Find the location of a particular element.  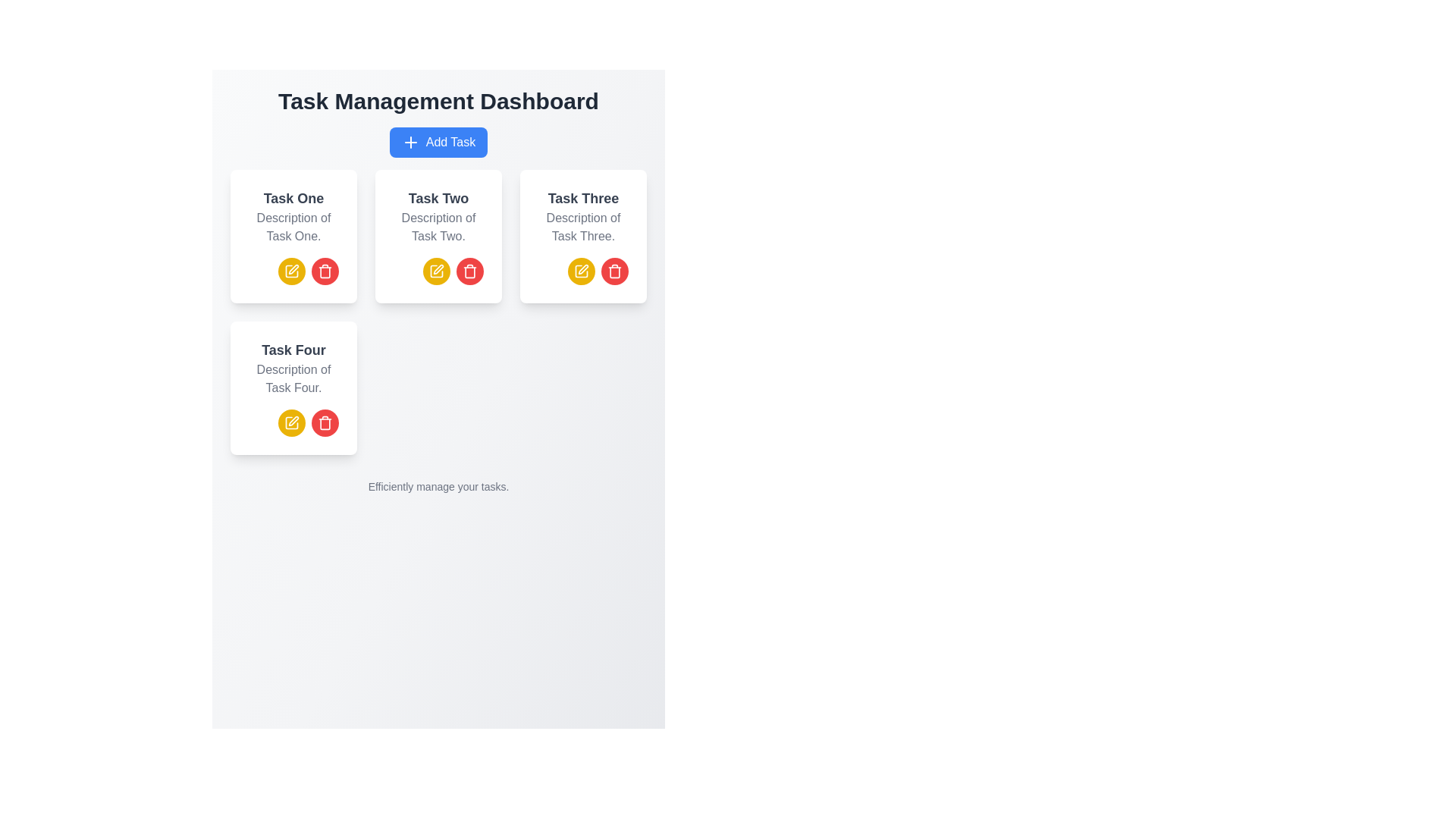

the centrally placed 'Add Task' button above the task cards in the dashboard to observe visual changes is located at coordinates (438, 143).